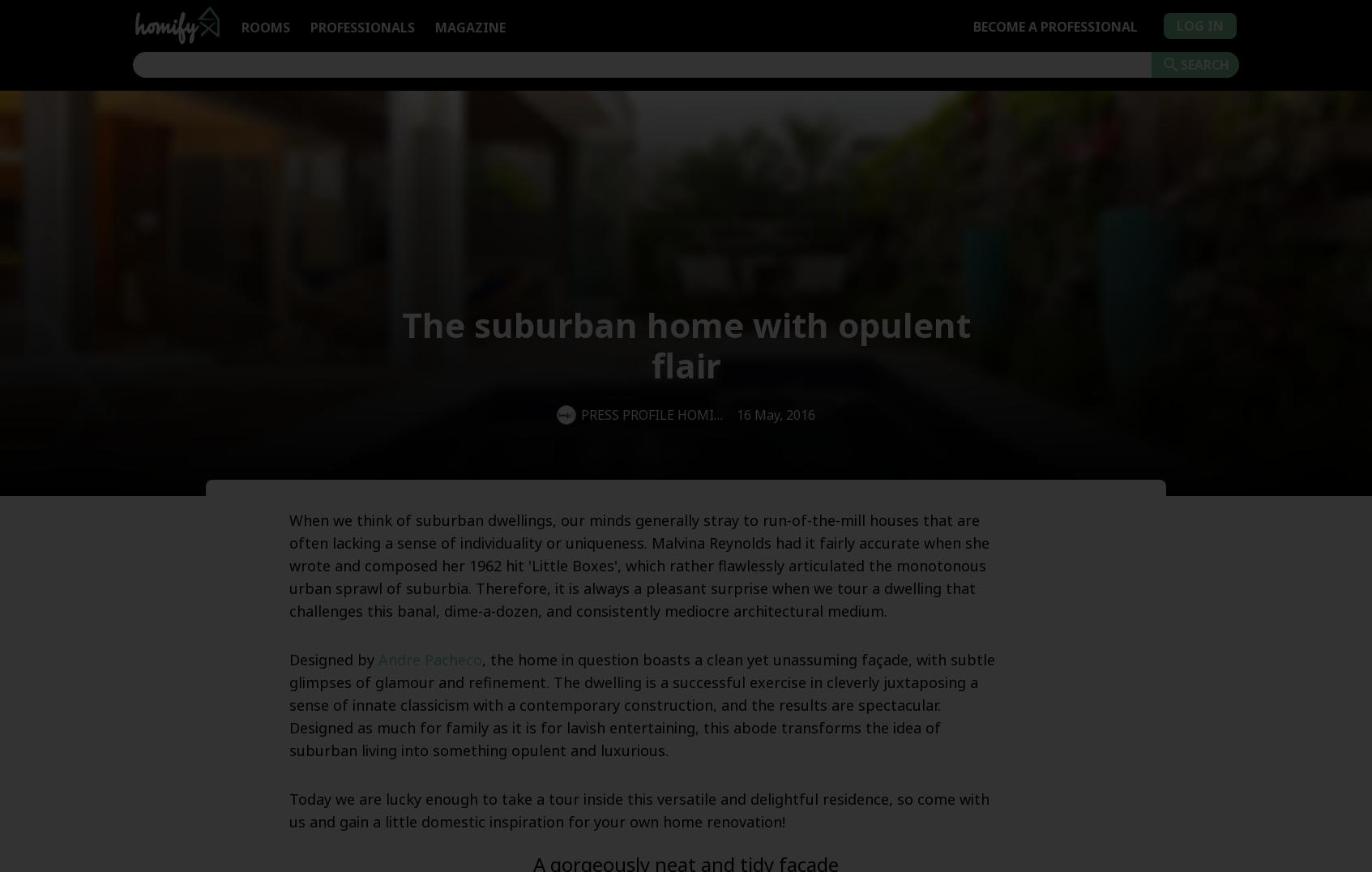  I want to click on 'Professionals', so click(361, 27).